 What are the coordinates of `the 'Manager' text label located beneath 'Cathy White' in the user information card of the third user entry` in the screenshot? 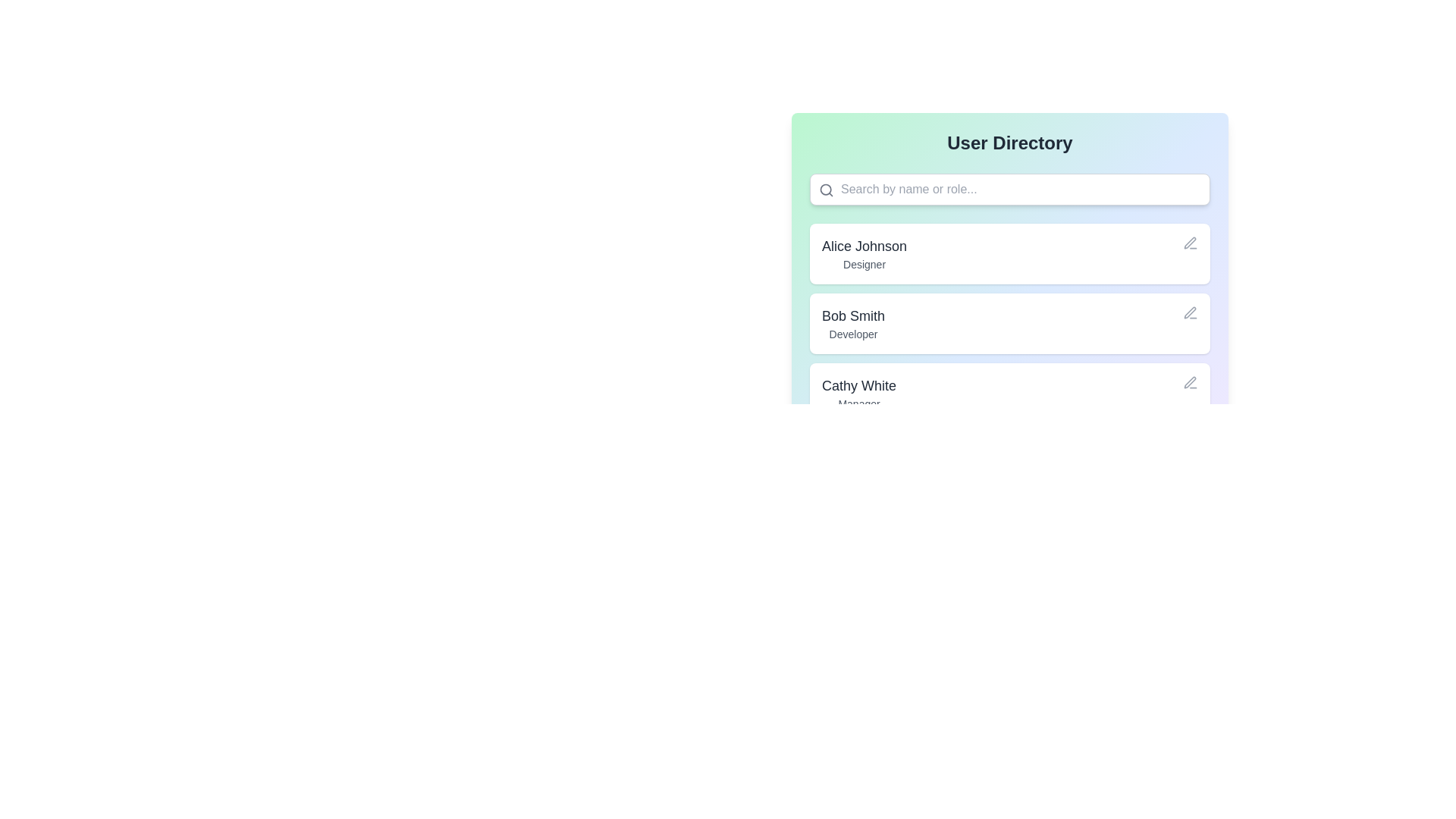 It's located at (858, 403).